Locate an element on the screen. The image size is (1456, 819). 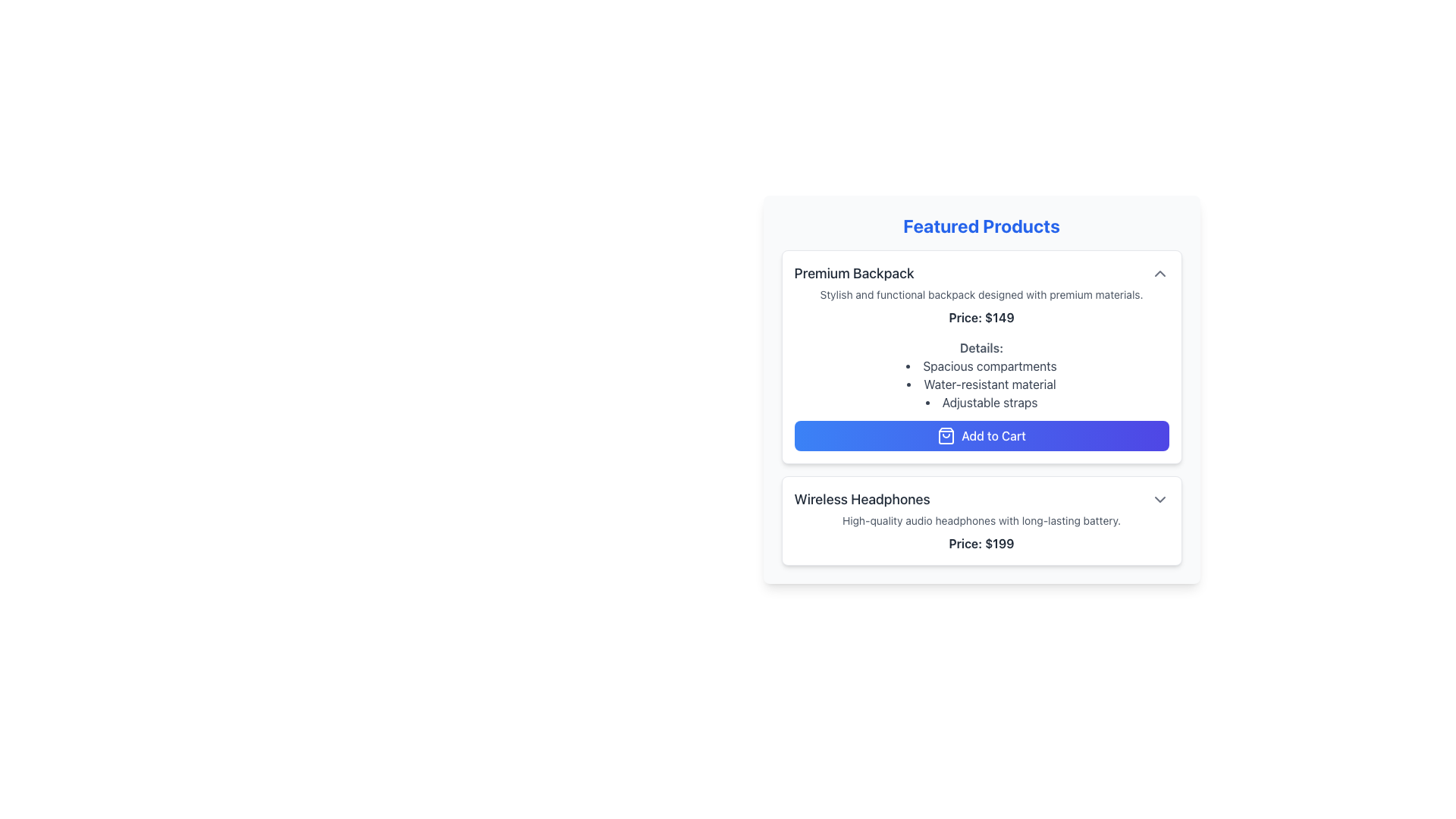
the shopping bag icon located to the immediate left of the 'Add to Cart' text in the 'Premium Backpack' product card under the 'Featured Products' section is located at coordinates (946, 435).